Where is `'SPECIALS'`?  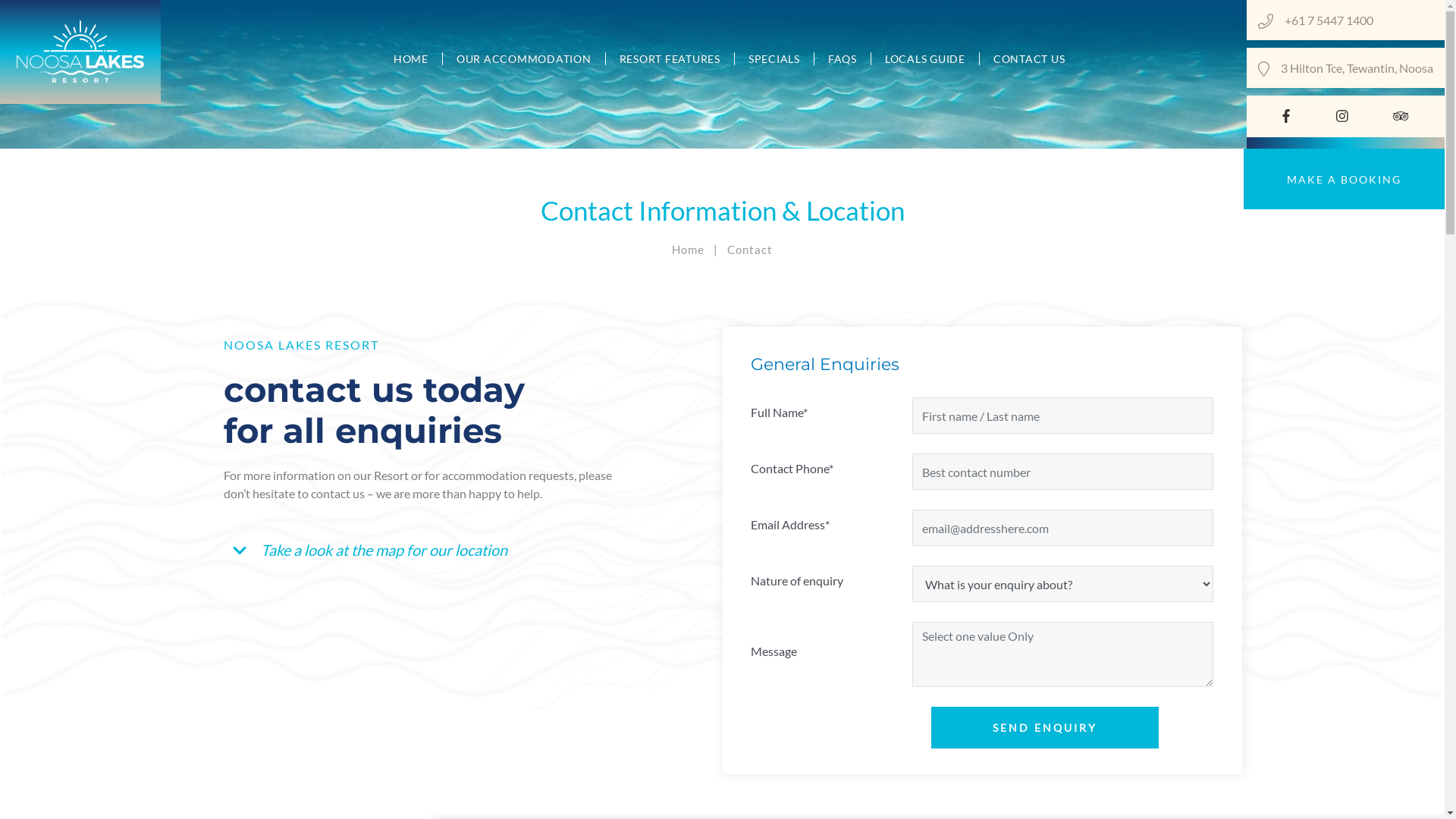 'SPECIALS' is located at coordinates (774, 58).